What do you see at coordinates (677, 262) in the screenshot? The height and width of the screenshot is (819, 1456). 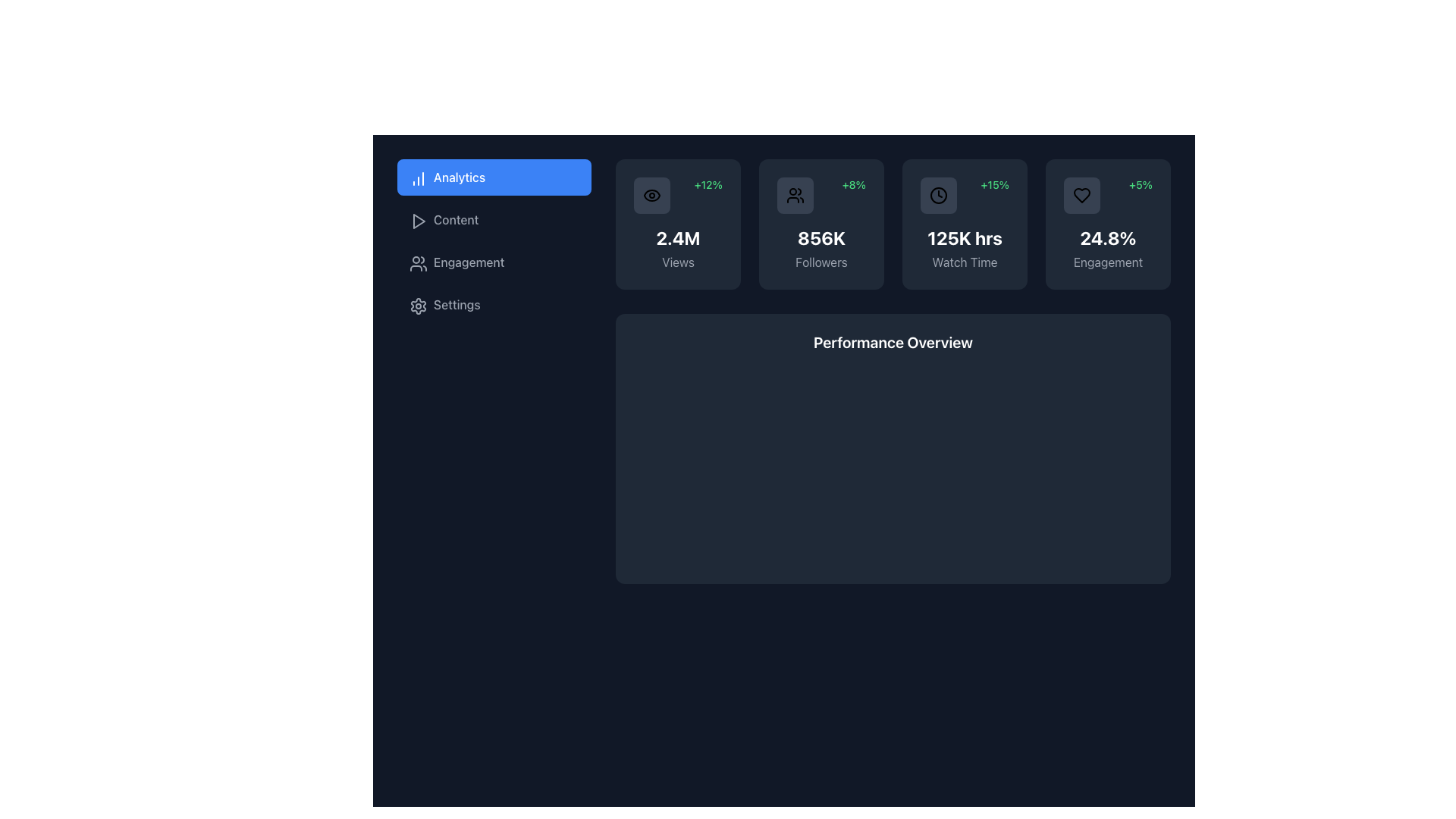 I see `the label text that provides context for the number of views, located beneath the bold '2.4M' text in the first card of the horizontal list of metrics` at bounding box center [677, 262].